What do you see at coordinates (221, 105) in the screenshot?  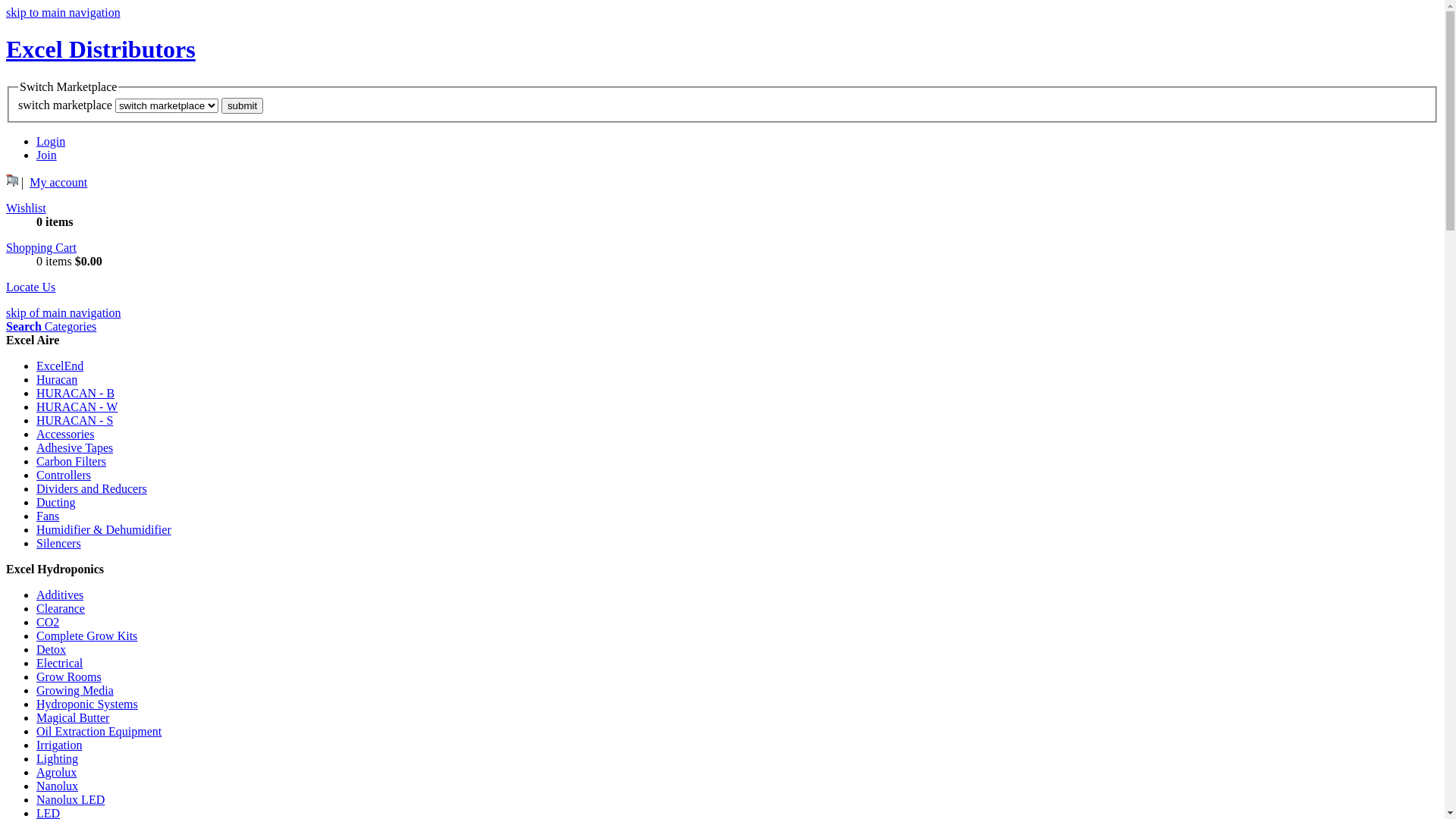 I see `'submit'` at bounding box center [221, 105].